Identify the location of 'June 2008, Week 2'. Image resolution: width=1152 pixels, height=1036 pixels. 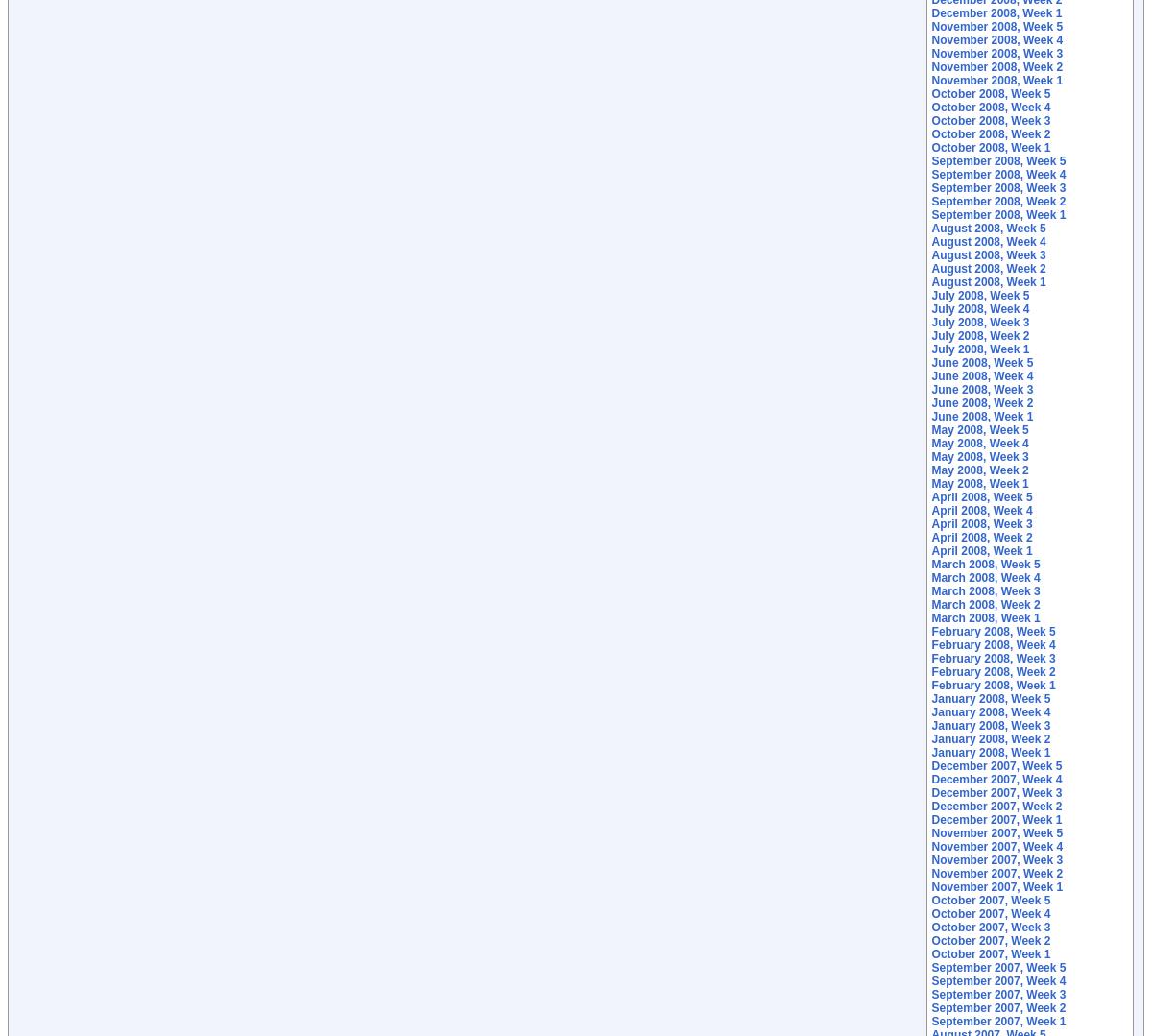
(982, 402).